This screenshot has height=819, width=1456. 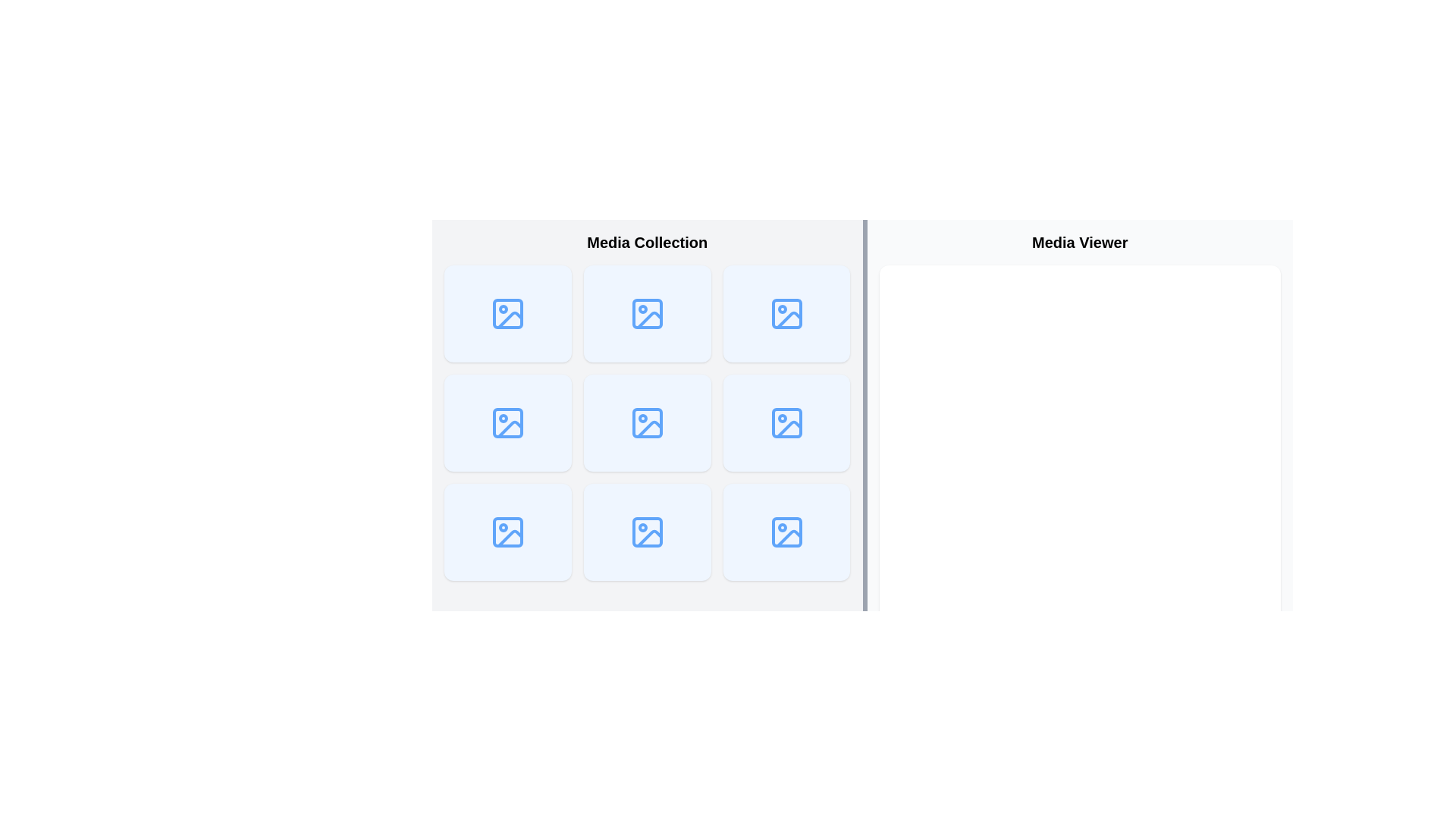 What do you see at coordinates (647, 423) in the screenshot?
I see `the Icon or Image Placeholder` at bounding box center [647, 423].